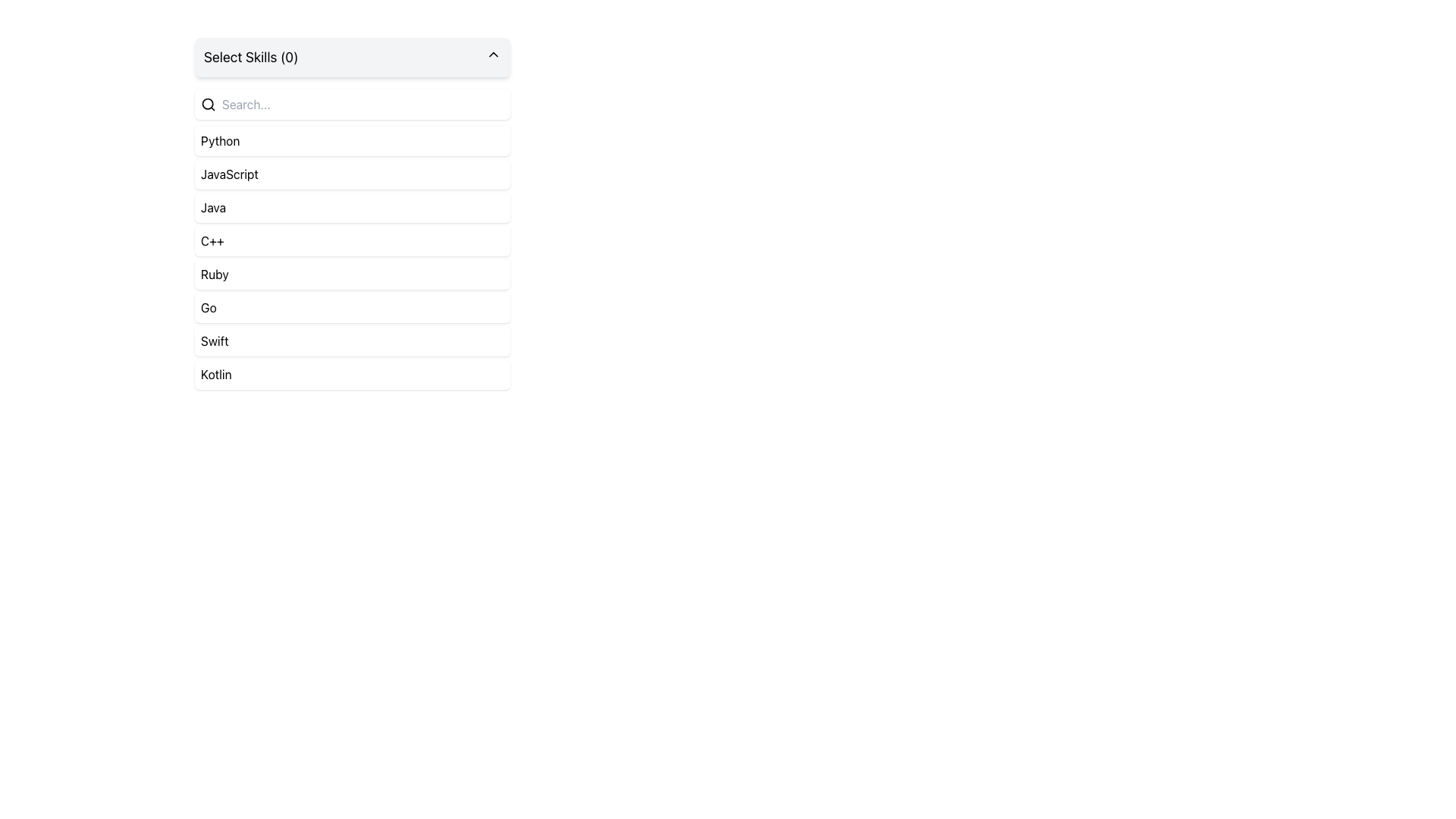 This screenshot has width=1456, height=819. Describe the element at coordinates (352, 240) in the screenshot. I see `the fourth List Item labeled 'C++'` at that location.